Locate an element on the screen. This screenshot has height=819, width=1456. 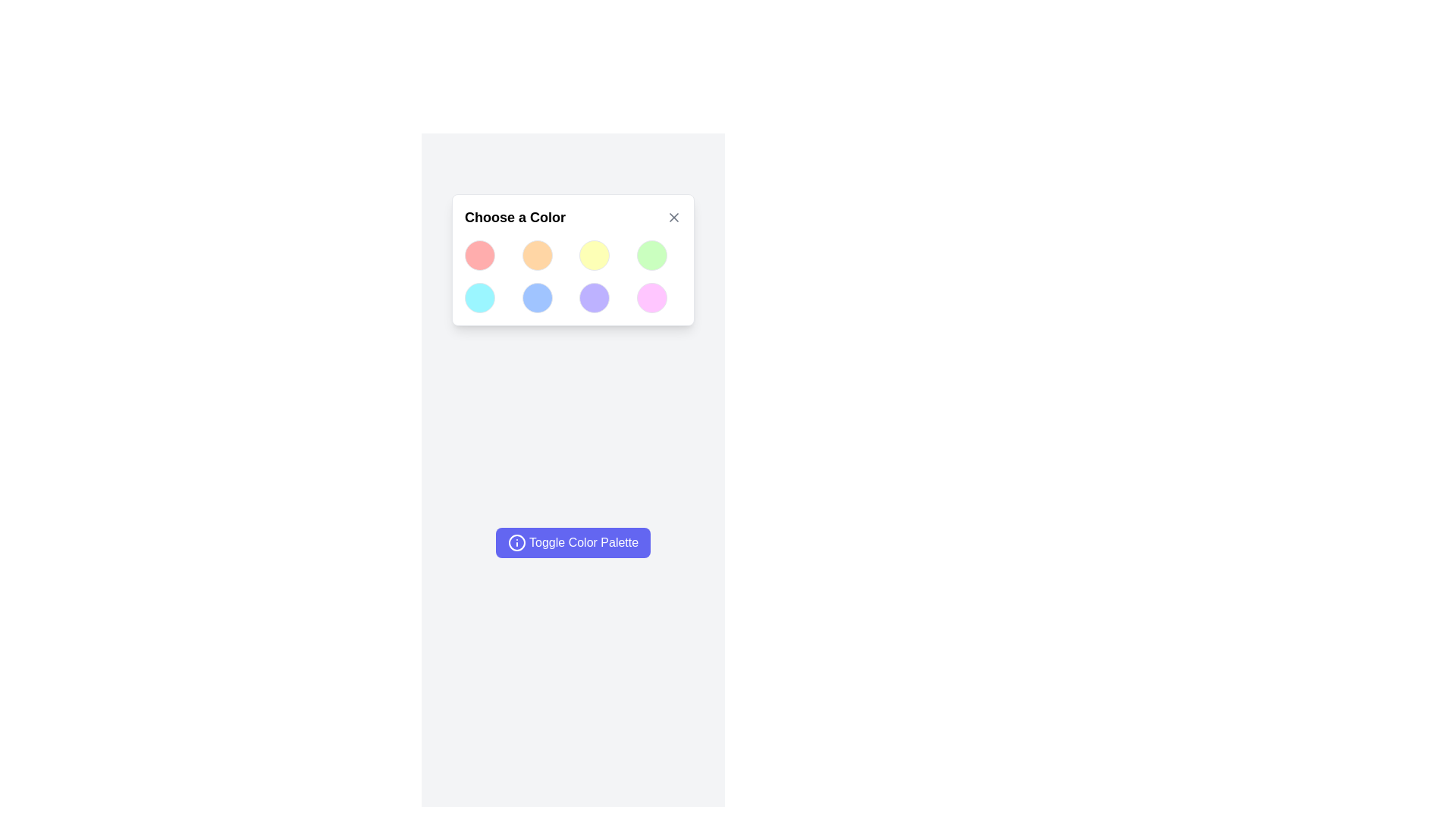
the pastel orange selectable color circle in the second column of the first row in the color palette pop-up is located at coordinates (537, 254).